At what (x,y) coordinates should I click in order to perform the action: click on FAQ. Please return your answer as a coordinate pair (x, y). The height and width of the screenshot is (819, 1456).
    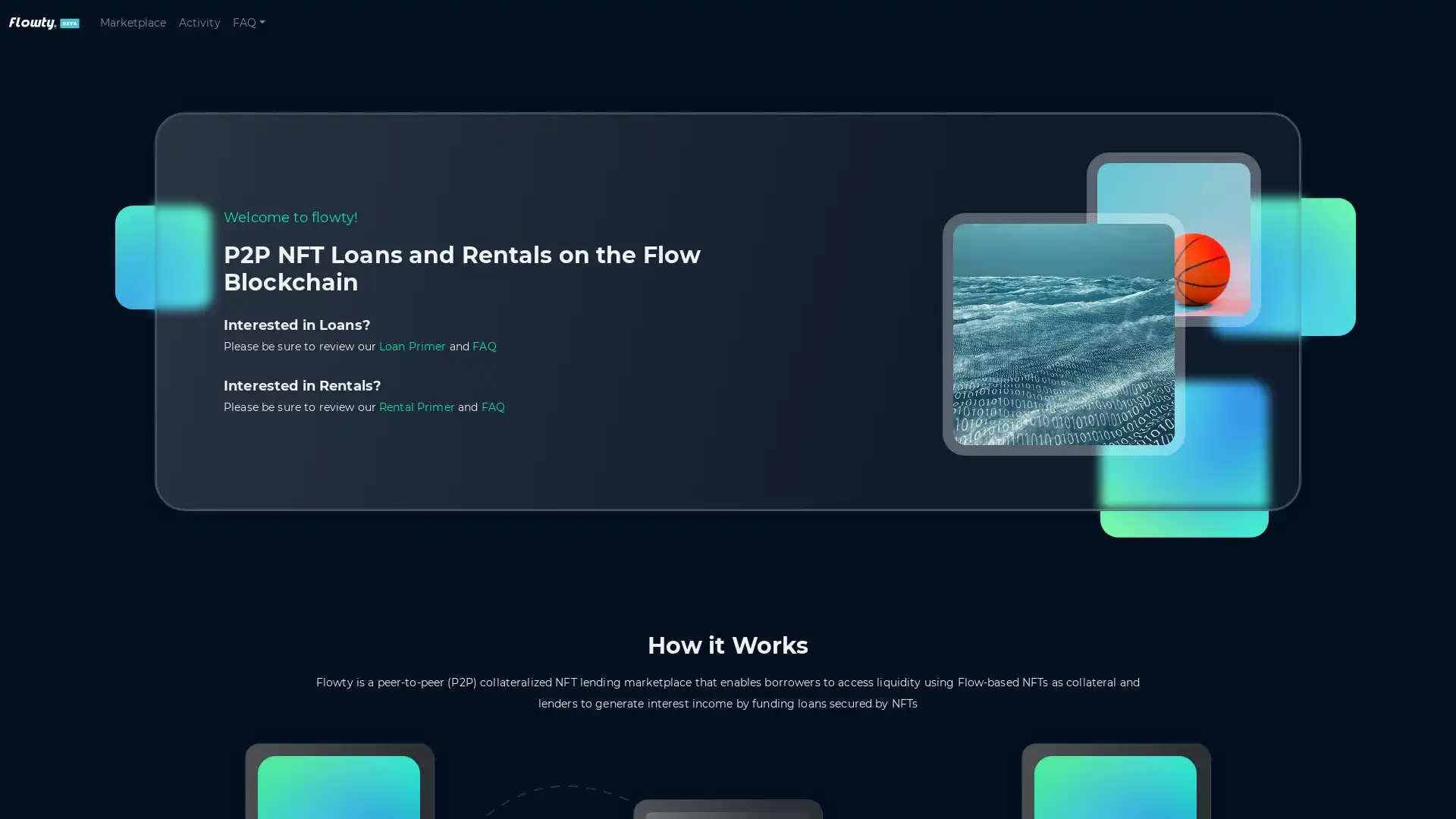
    Looking at the image, I should click on (248, 25).